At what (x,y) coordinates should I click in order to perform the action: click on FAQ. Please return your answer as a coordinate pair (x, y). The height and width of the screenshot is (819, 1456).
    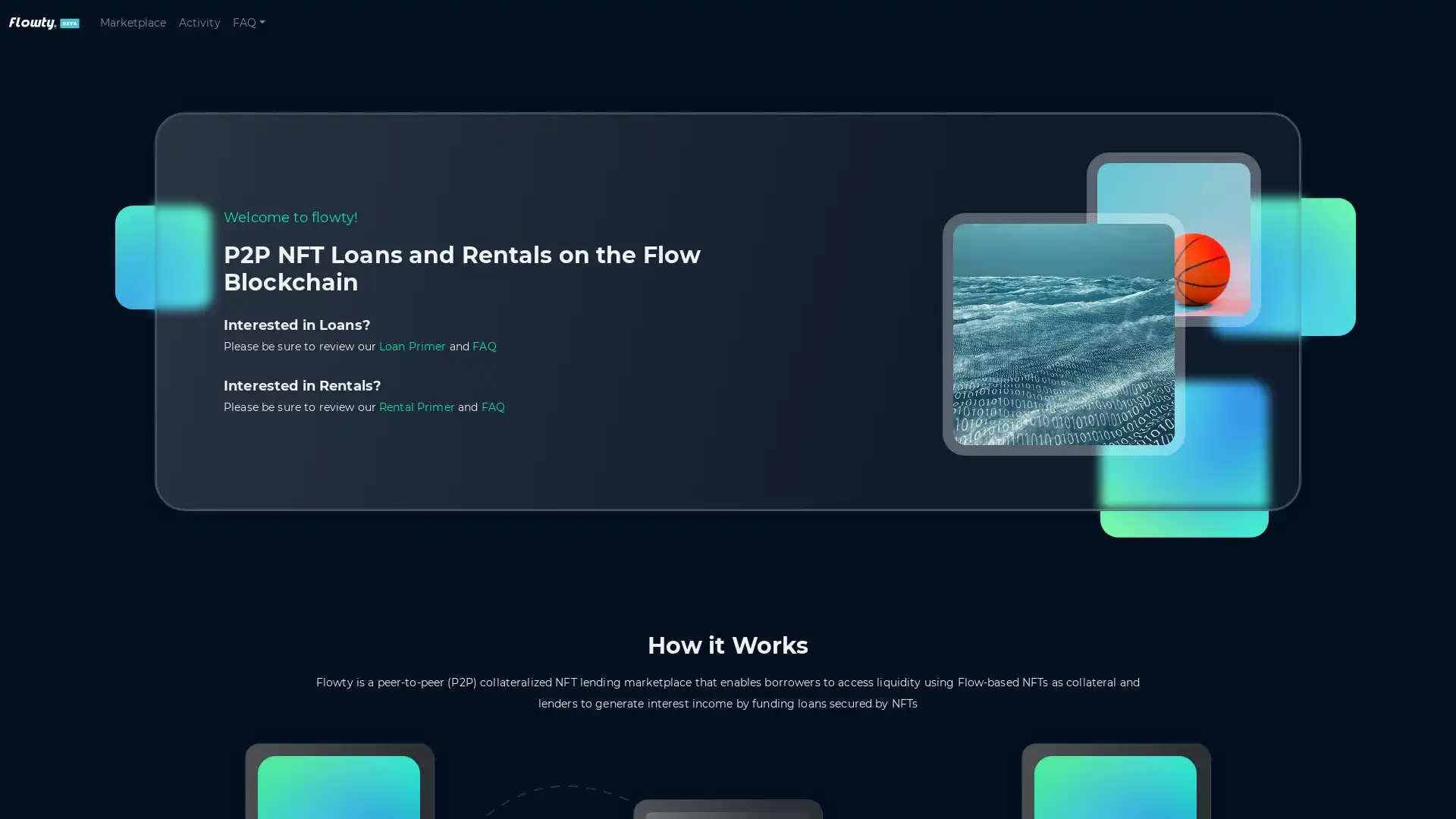
    Looking at the image, I should click on (248, 25).